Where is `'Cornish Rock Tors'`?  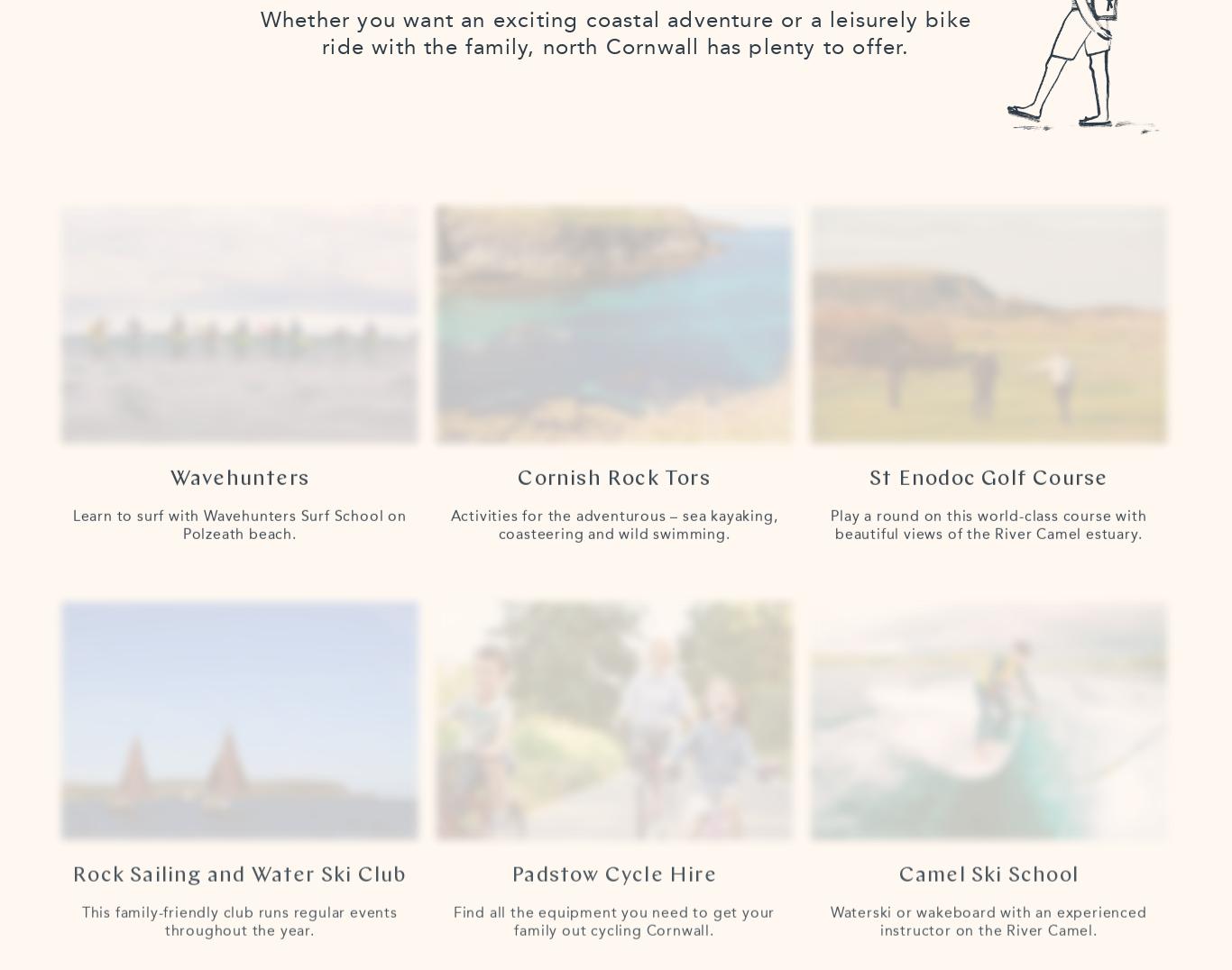
'Cornish Rock Tors' is located at coordinates (612, 475).